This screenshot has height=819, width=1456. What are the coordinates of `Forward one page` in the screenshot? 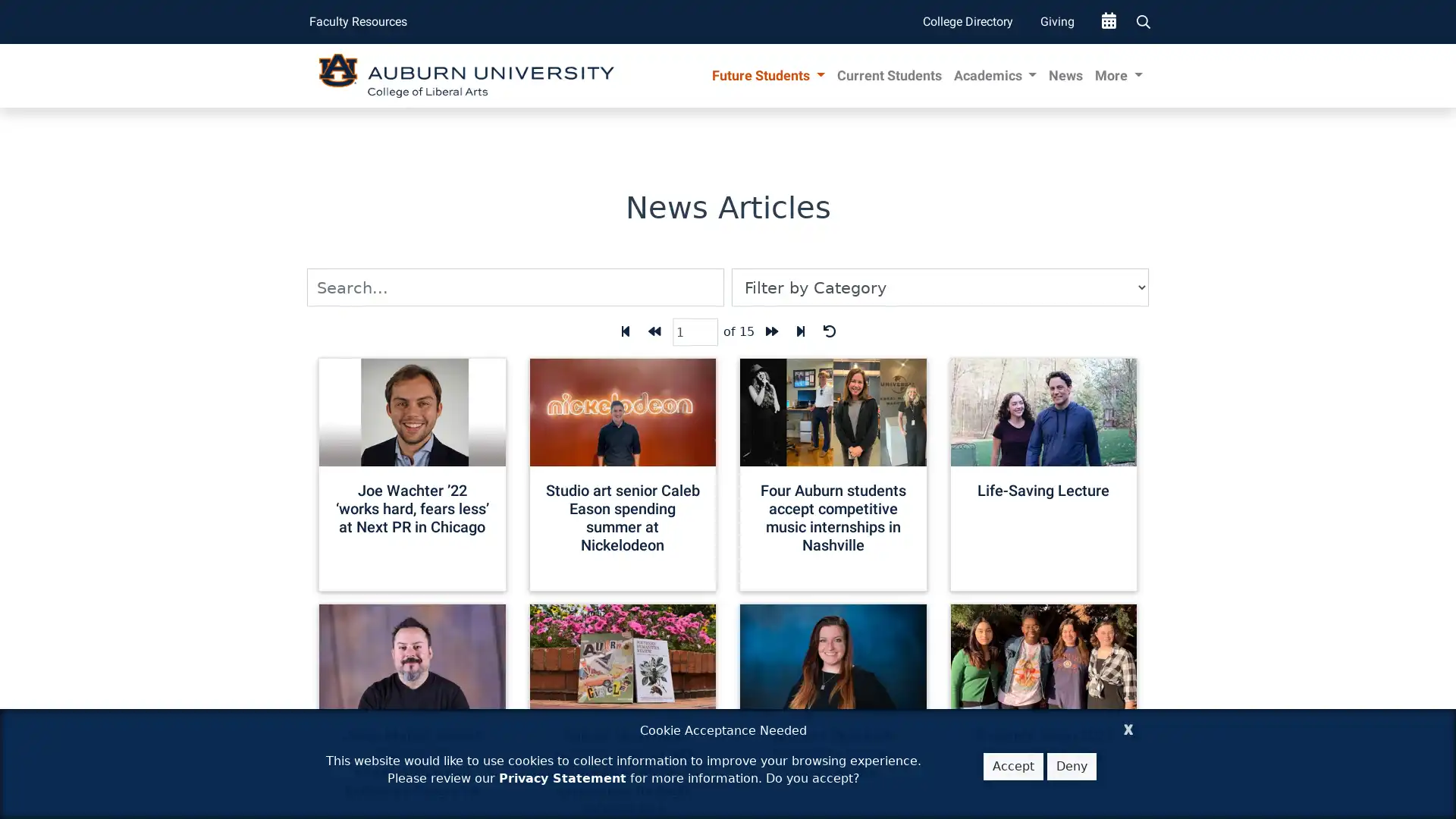 It's located at (771, 331).